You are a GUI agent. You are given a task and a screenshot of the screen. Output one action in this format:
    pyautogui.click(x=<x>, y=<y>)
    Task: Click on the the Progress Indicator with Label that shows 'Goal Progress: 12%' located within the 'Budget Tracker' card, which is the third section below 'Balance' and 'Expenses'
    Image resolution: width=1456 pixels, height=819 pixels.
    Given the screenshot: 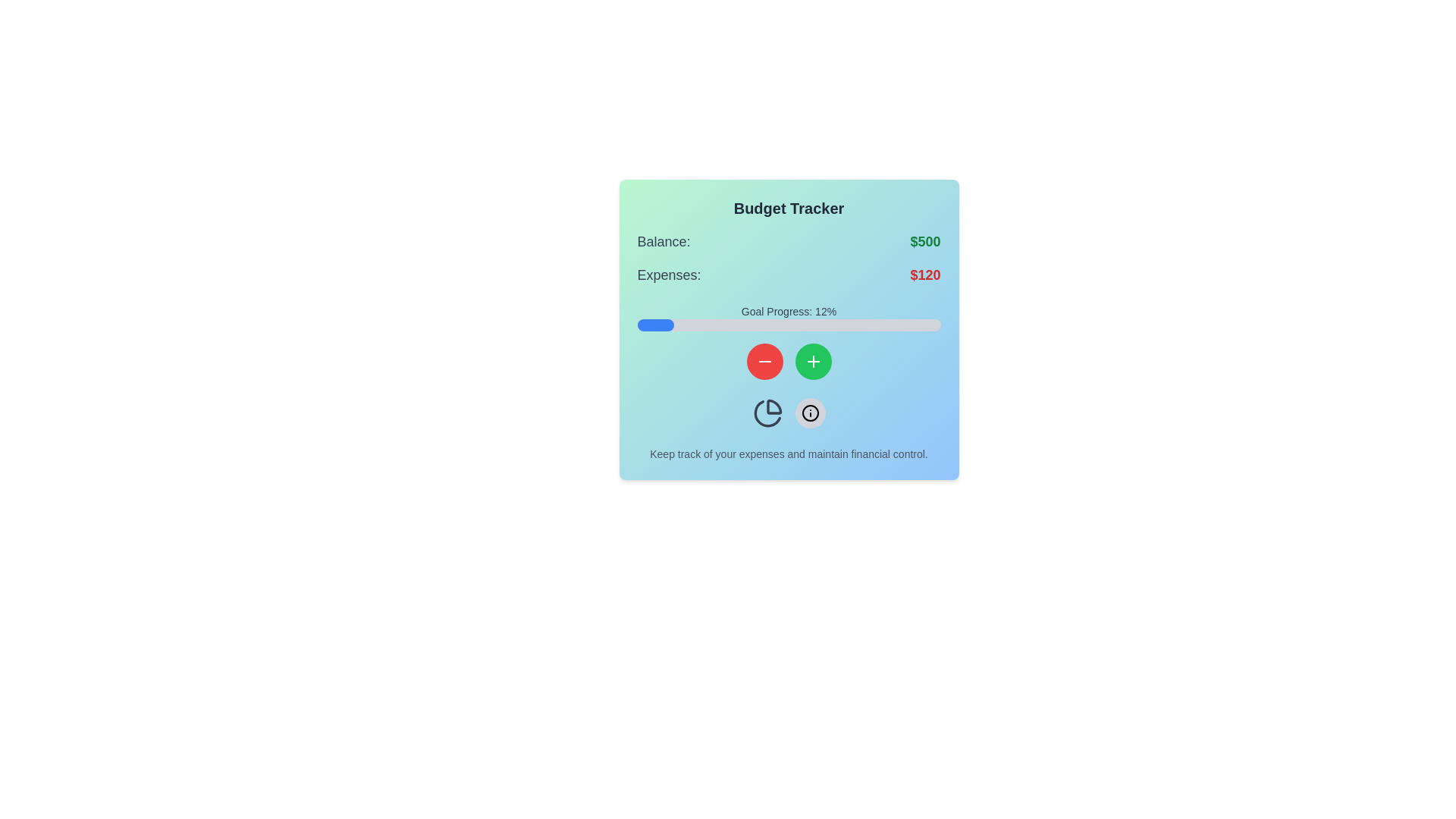 What is the action you would take?
    pyautogui.click(x=789, y=317)
    